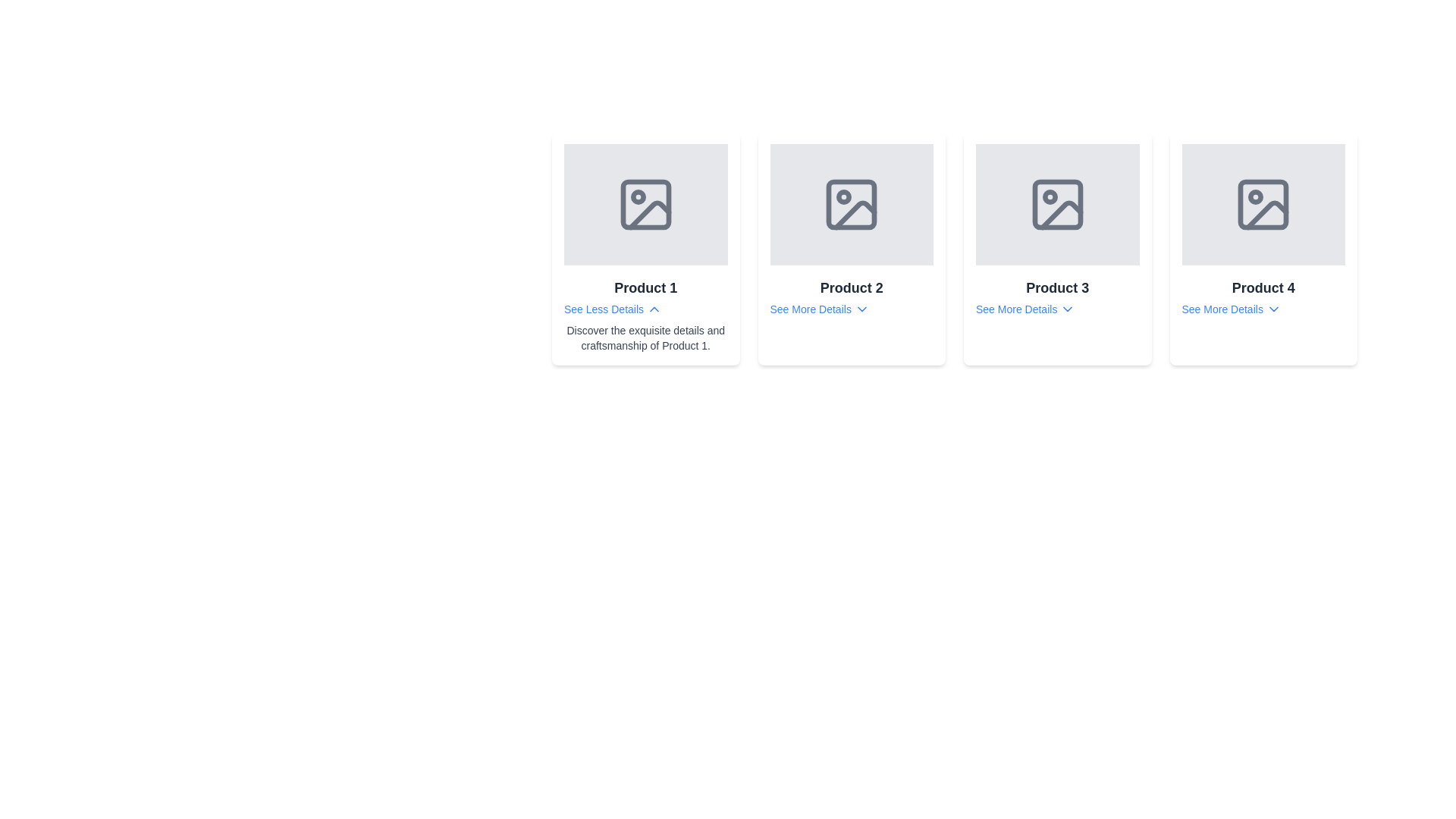 The height and width of the screenshot is (819, 1456). What do you see at coordinates (1232, 309) in the screenshot?
I see `the interactive text with an accompanying icon located at the bottom-right corner of the 'Product 4' card` at bounding box center [1232, 309].